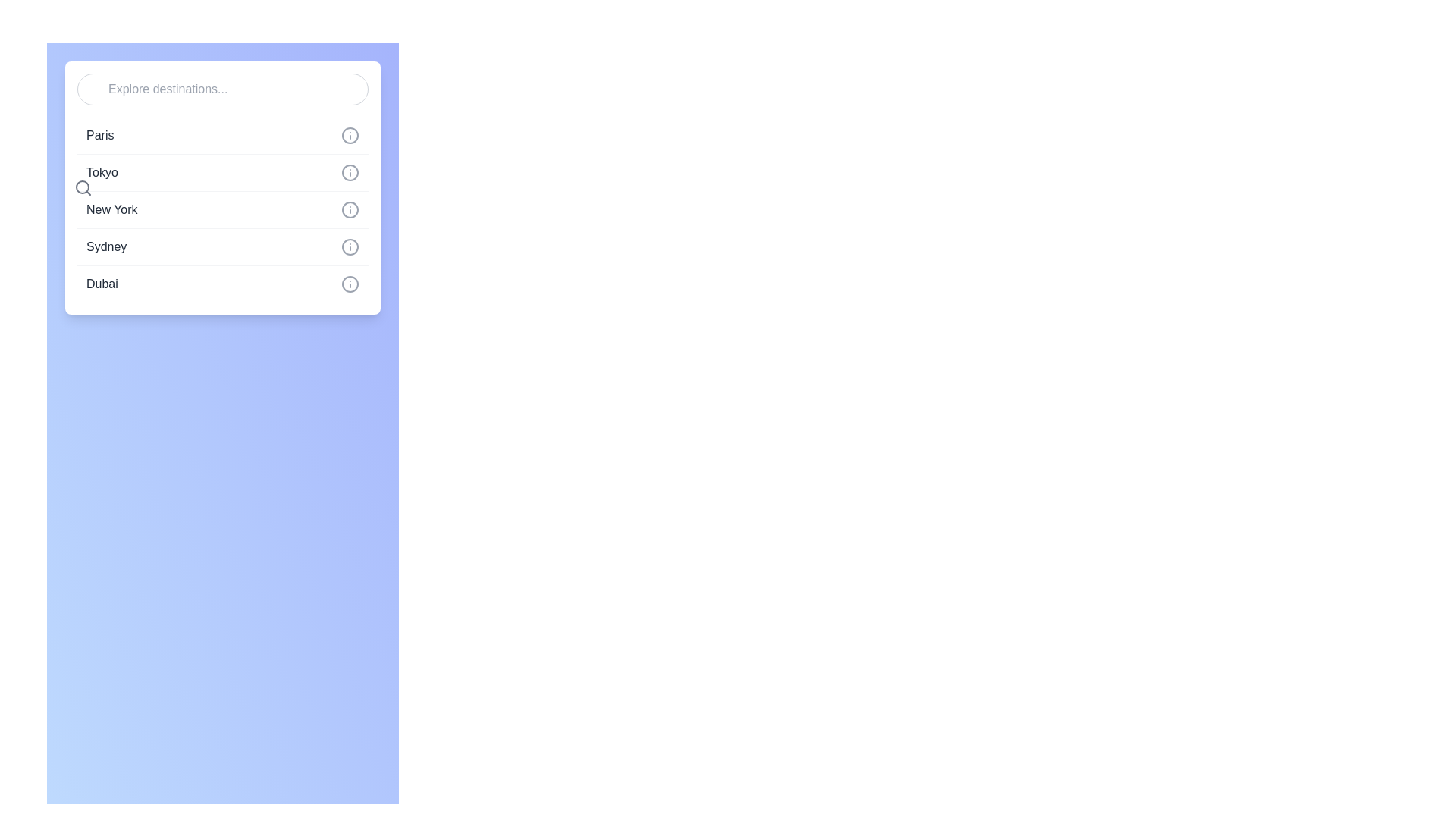 Image resolution: width=1456 pixels, height=819 pixels. What do you see at coordinates (349, 210) in the screenshot?
I see `the information icon located to the right of the 'New York' text in the dropdown menu's third row` at bounding box center [349, 210].